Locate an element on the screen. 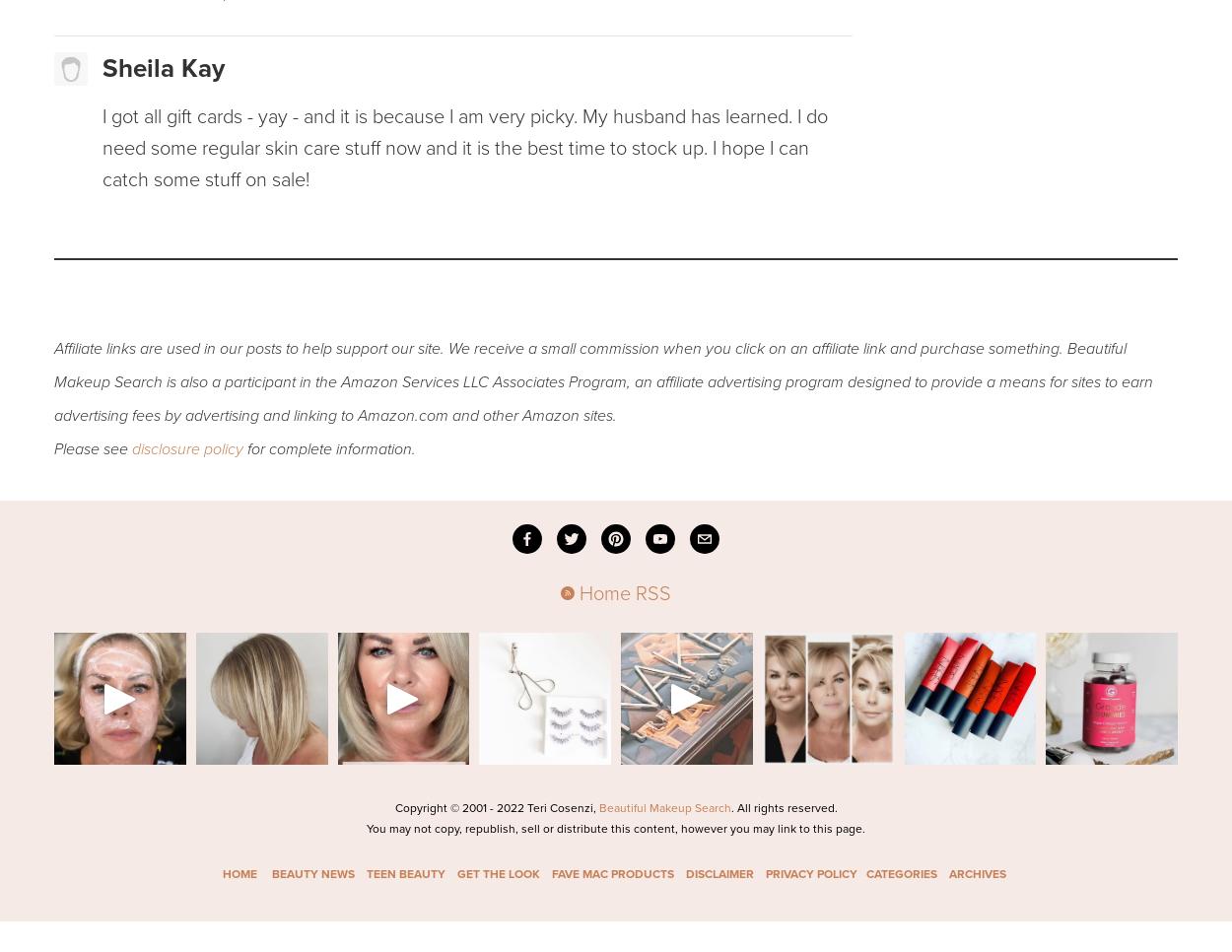 The height and width of the screenshot is (952, 1232). 'BEAUTY NEWS' is located at coordinates (272, 873).